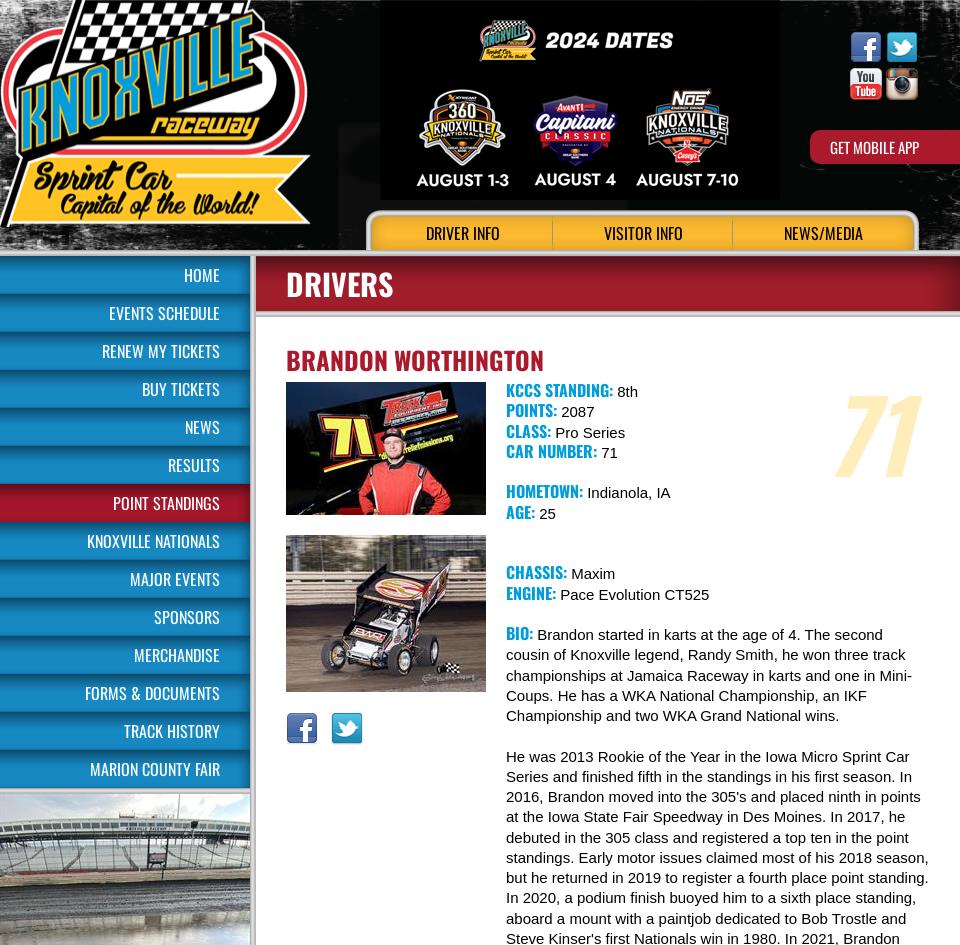 The width and height of the screenshot is (960, 945). Describe the element at coordinates (187, 615) in the screenshot. I see `'Sponsors'` at that location.